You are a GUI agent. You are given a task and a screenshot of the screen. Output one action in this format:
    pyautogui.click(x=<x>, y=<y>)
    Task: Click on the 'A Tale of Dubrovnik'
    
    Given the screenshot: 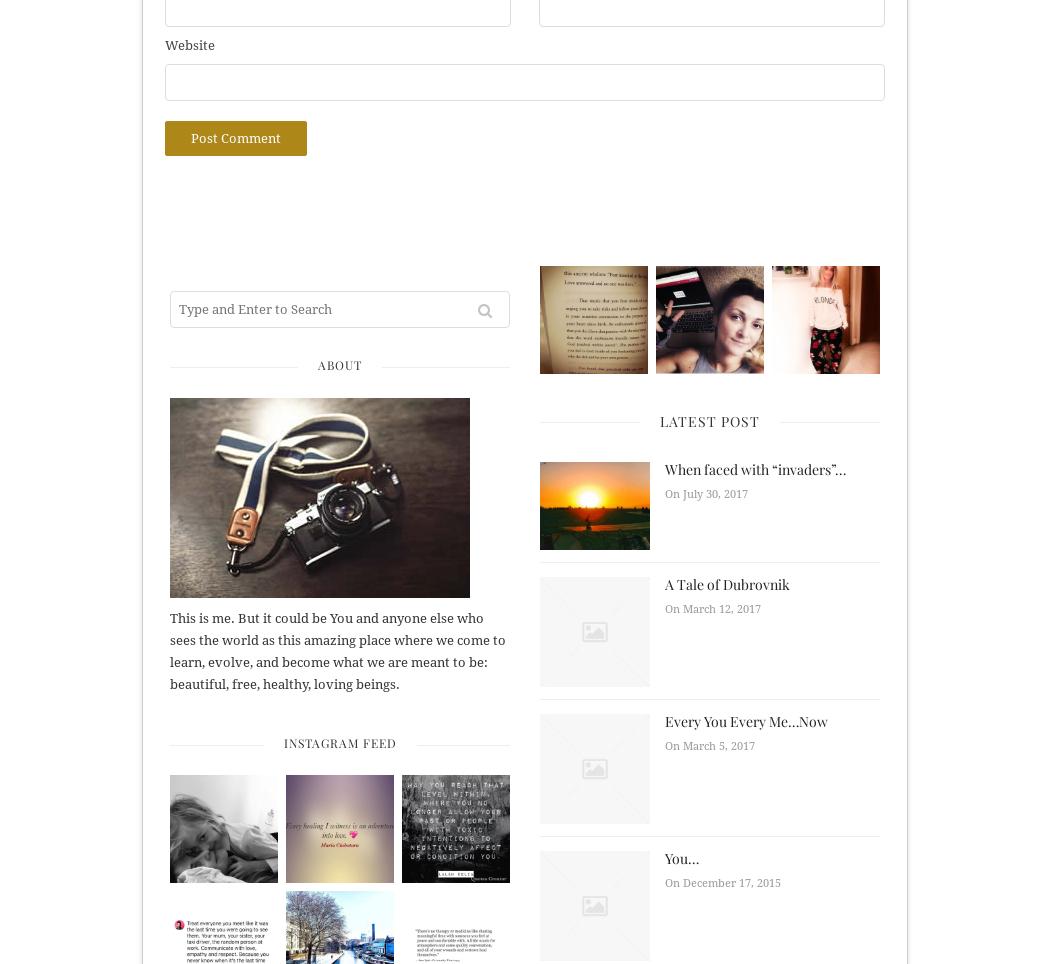 What is the action you would take?
    pyautogui.click(x=726, y=582)
    